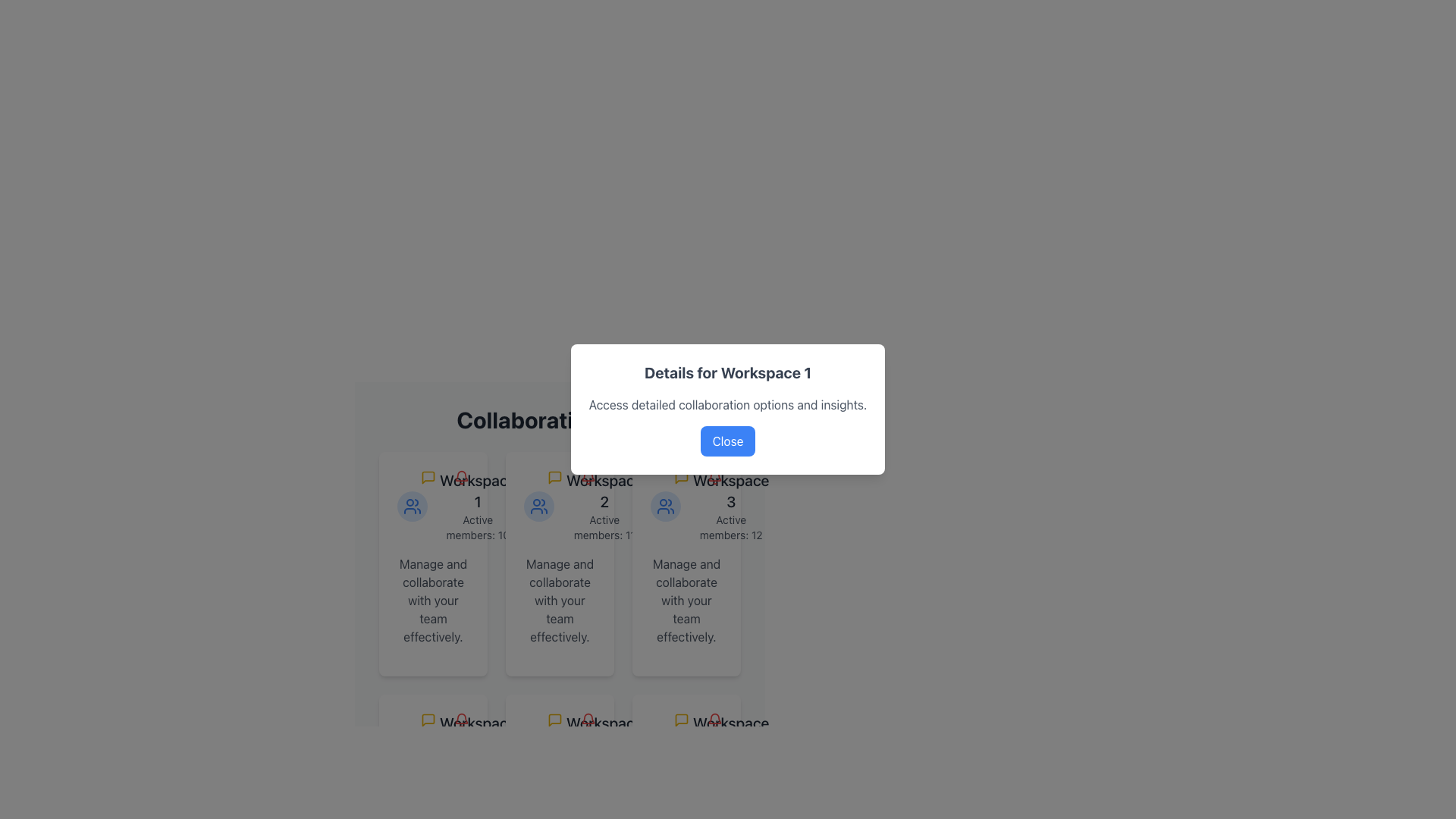 This screenshot has height=819, width=1456. Describe the element at coordinates (428, 476) in the screenshot. I see `the messaging icon located in the top-left corner of the 'Workspace 1' tile, above the '1 Active members: 10' text and to the left of the descriptive text` at that location.